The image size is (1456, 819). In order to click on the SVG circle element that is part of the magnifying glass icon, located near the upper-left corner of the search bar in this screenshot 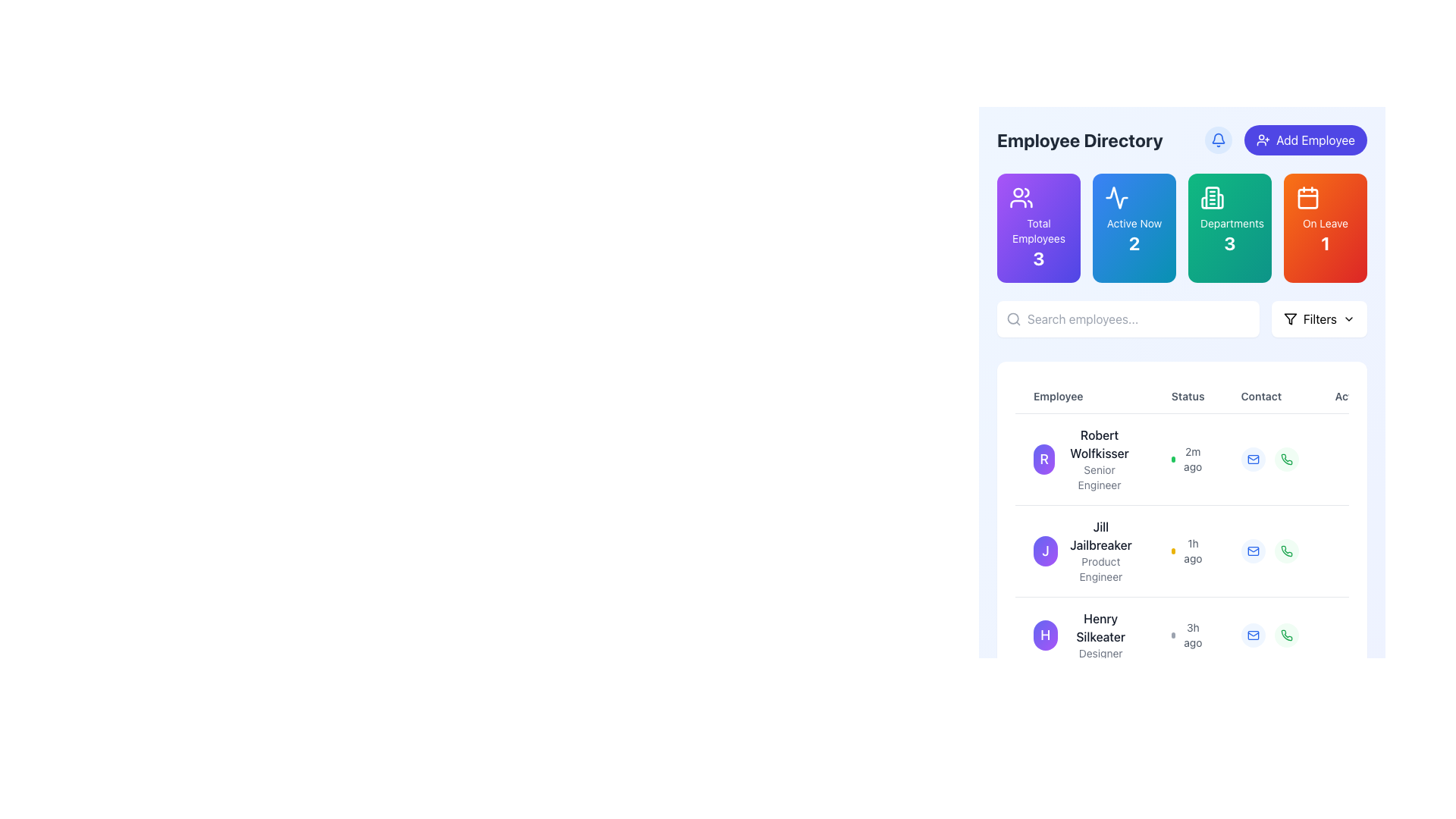, I will do `click(1013, 318)`.